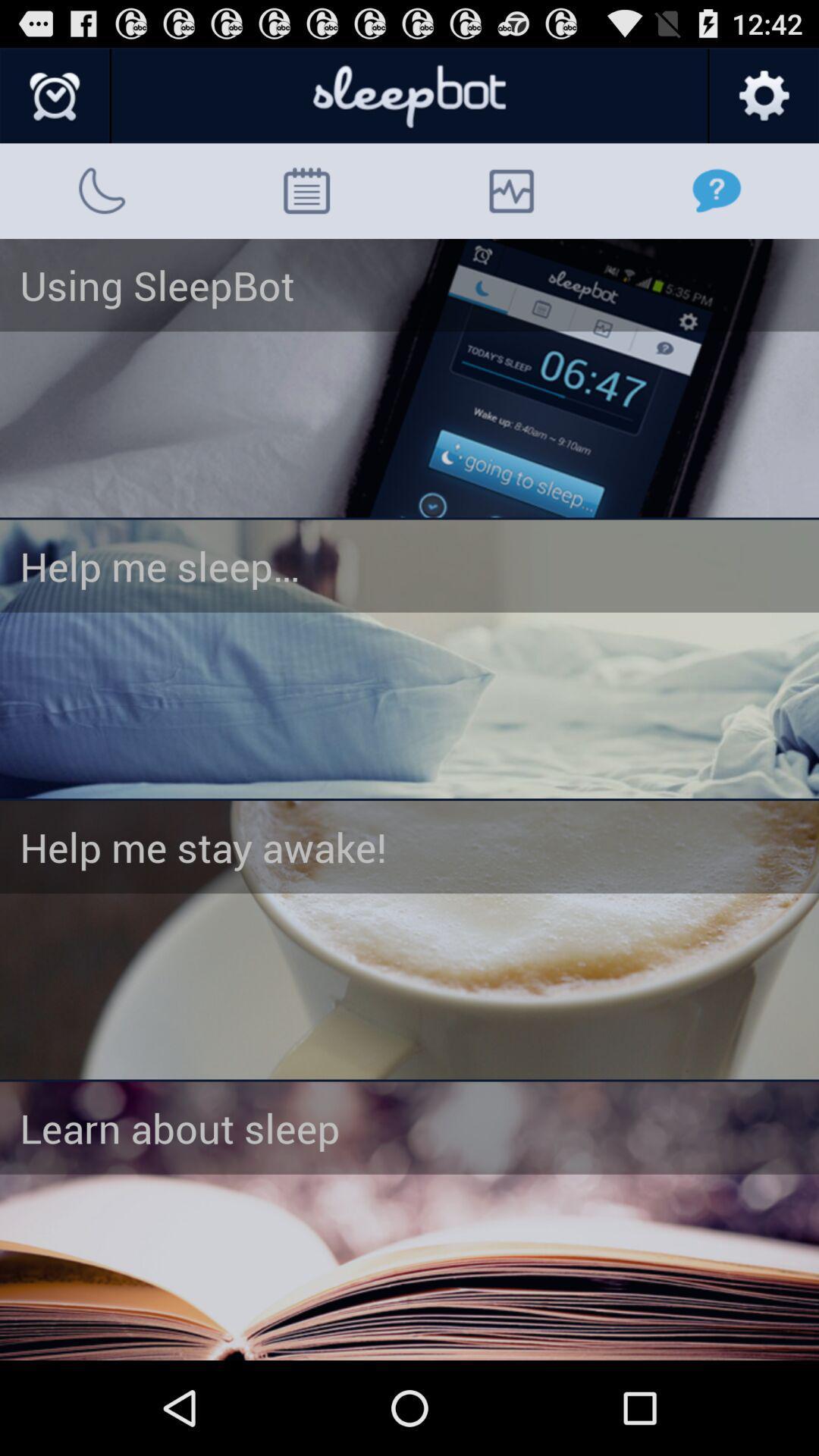  Describe the element at coordinates (409, 1221) in the screenshot. I see `learn about sleep` at that location.